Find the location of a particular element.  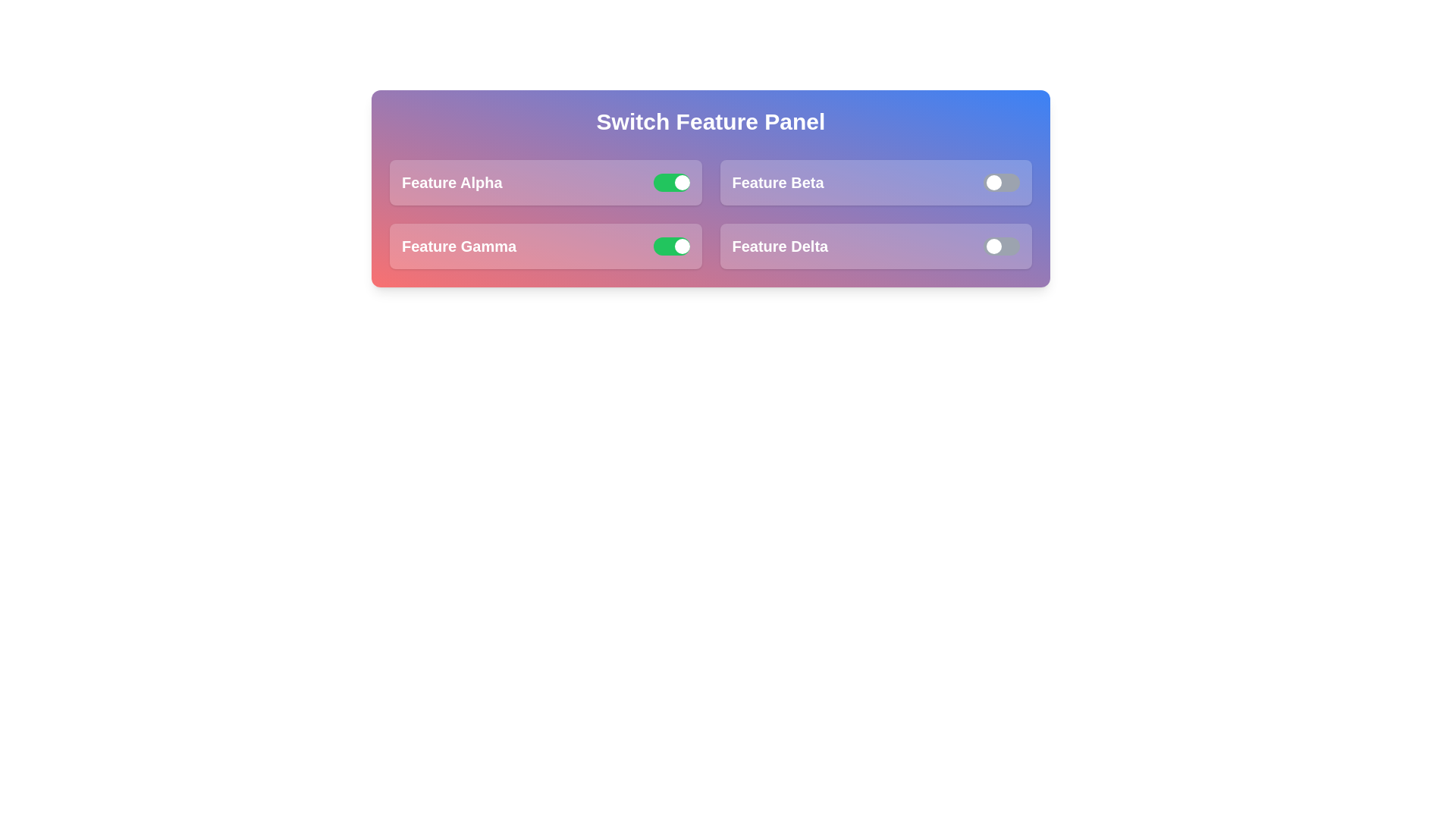

the label of 'Feature Alpha' to inspect it is located at coordinates (450, 181).